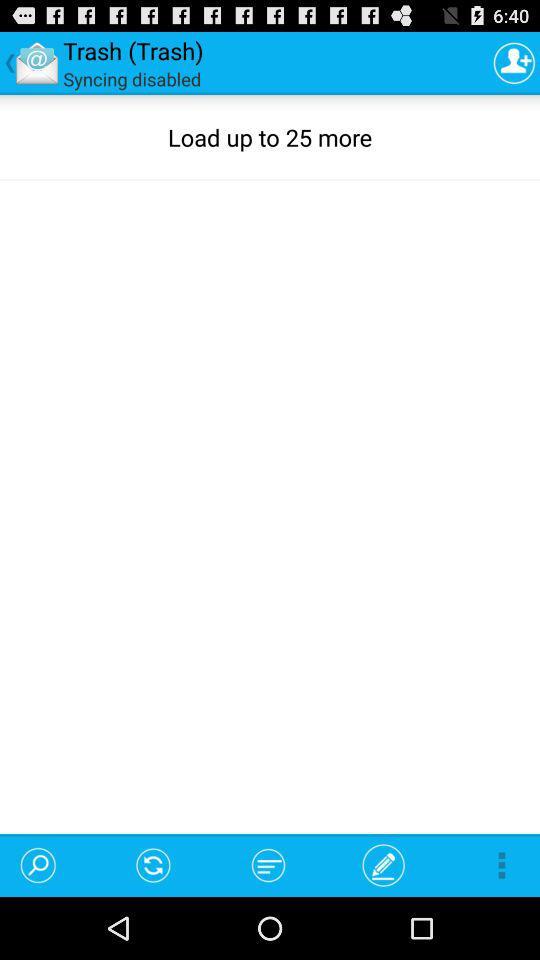  Describe the element at coordinates (268, 864) in the screenshot. I see `the icon at the bottom` at that location.